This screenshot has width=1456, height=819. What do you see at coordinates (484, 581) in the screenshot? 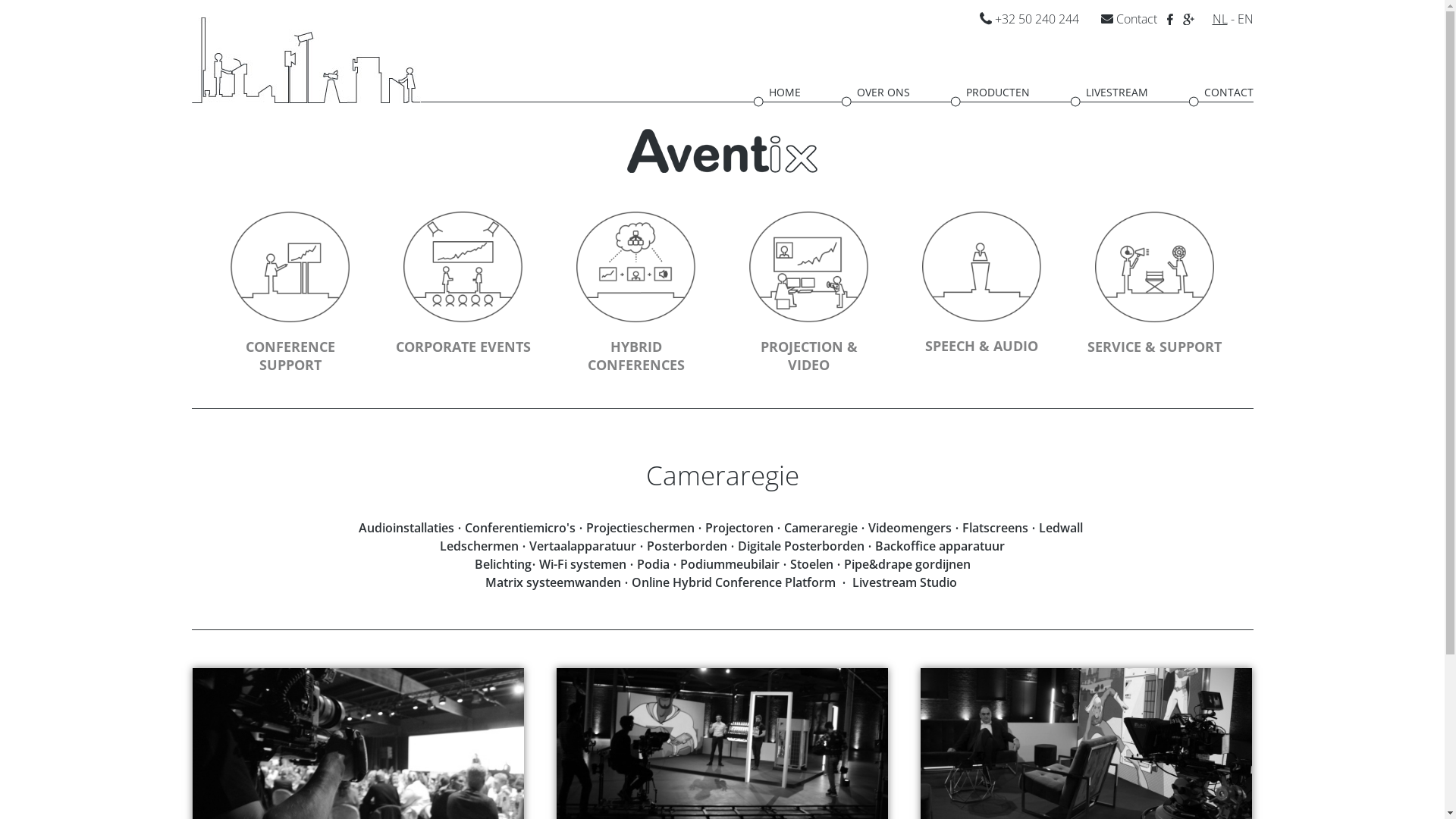
I see `'Matrix systeemwanden'` at bounding box center [484, 581].